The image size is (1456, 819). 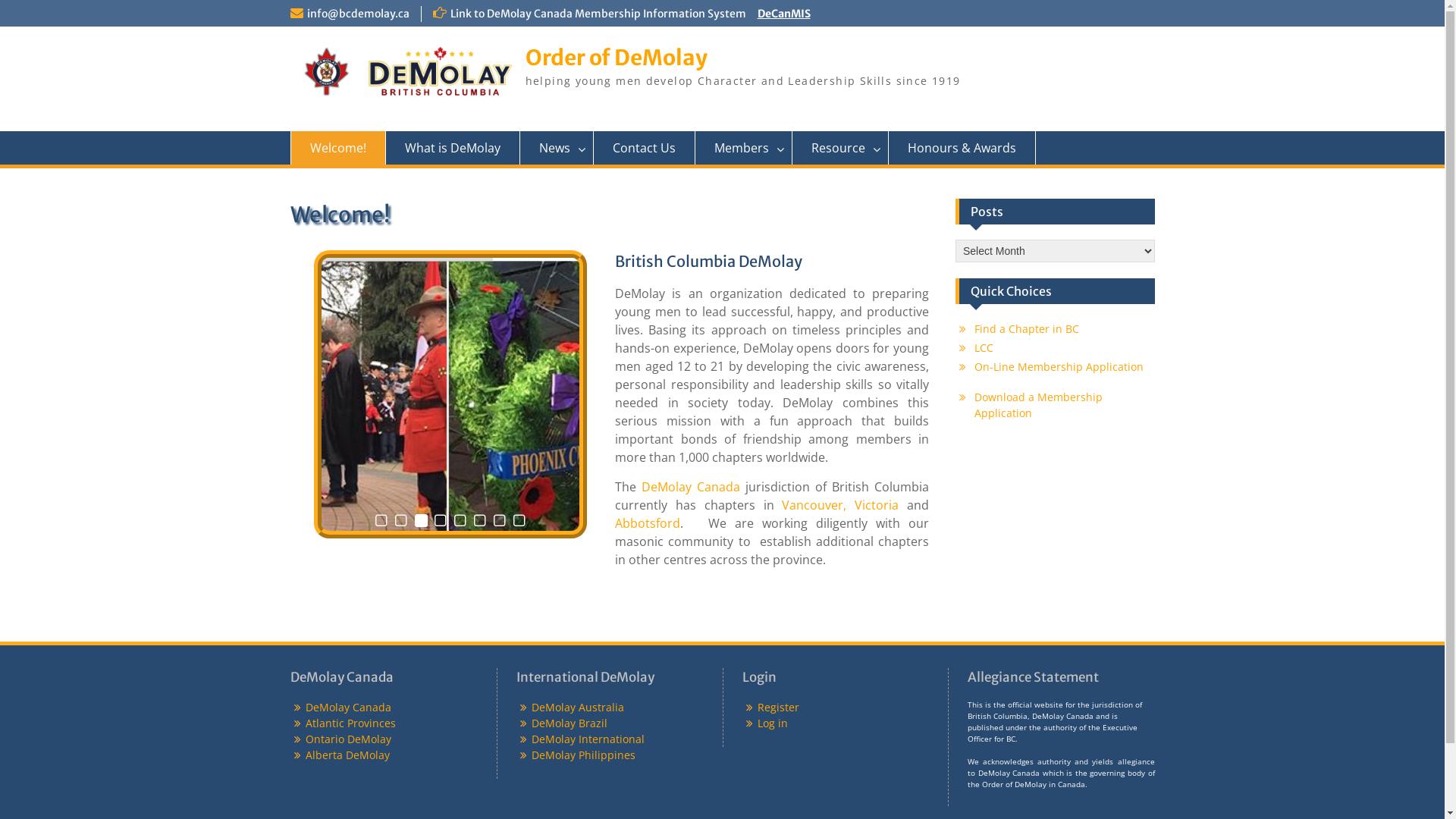 What do you see at coordinates (582, 755) in the screenshot?
I see `'DeMolay Philippines'` at bounding box center [582, 755].